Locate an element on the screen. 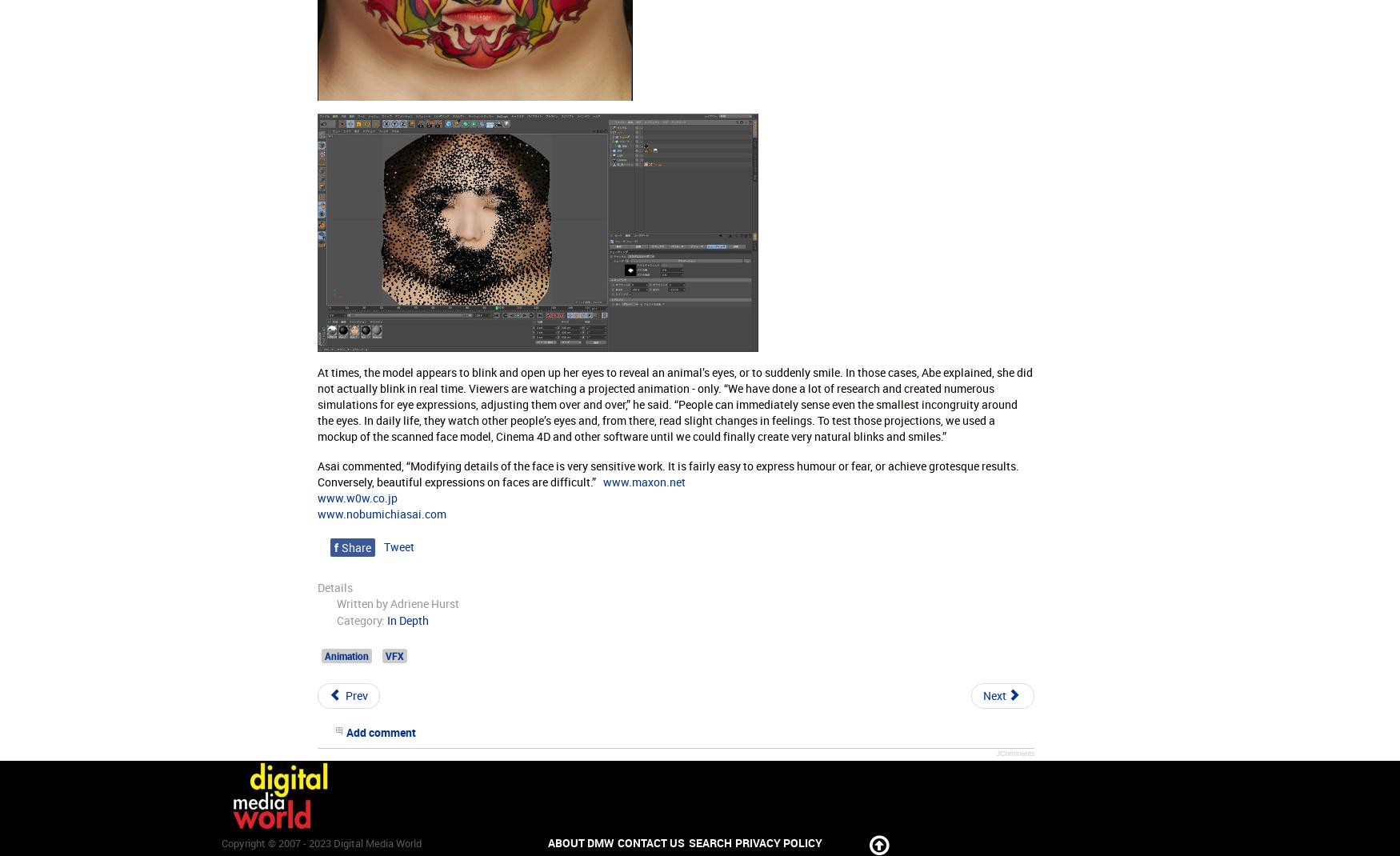 The width and height of the screenshot is (1400, 856). 'www.nobumichiasai.com' is located at coordinates (381, 514).